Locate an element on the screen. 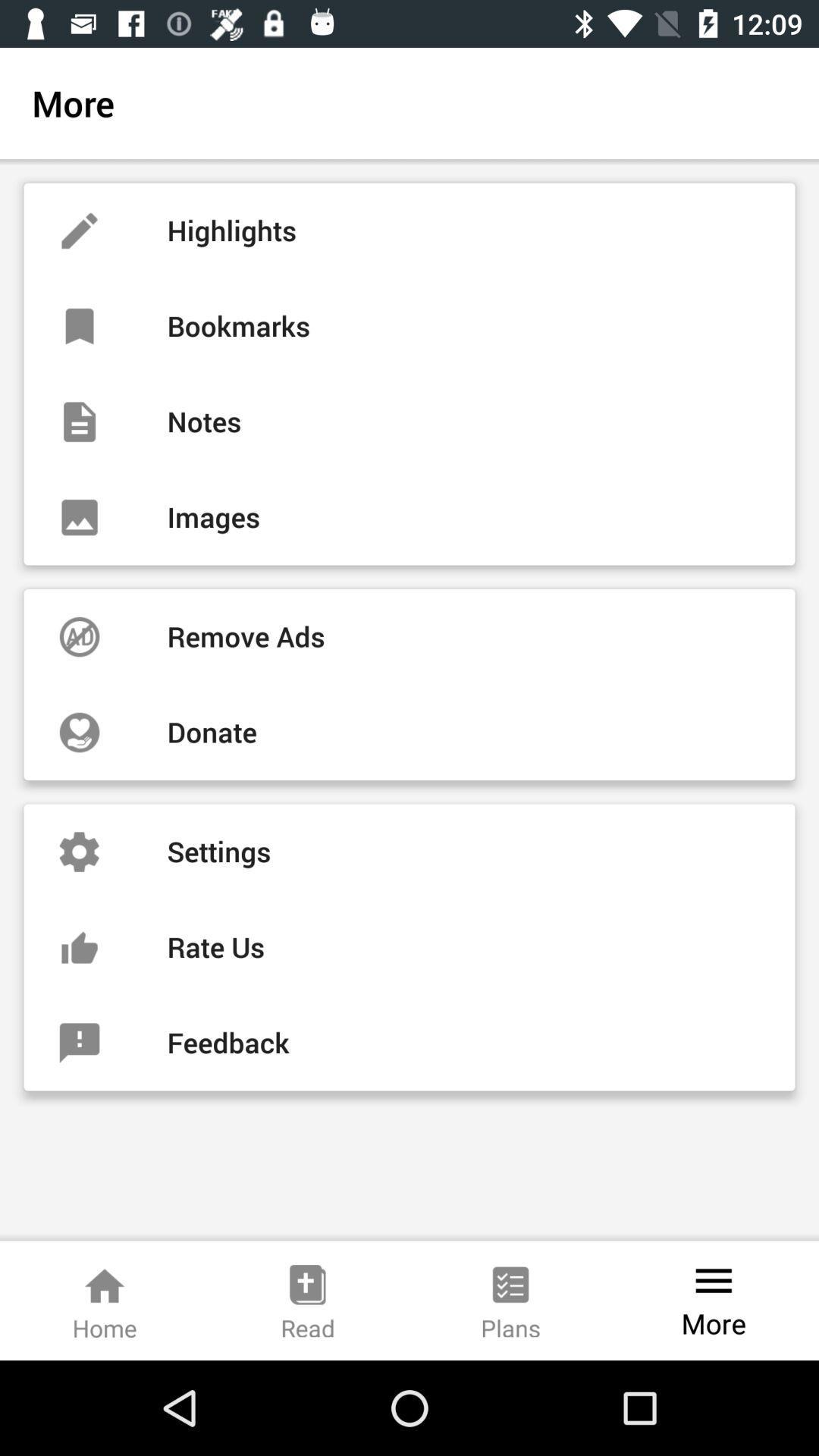 The image size is (819, 1456). item below the rate us item is located at coordinates (409, 1042).